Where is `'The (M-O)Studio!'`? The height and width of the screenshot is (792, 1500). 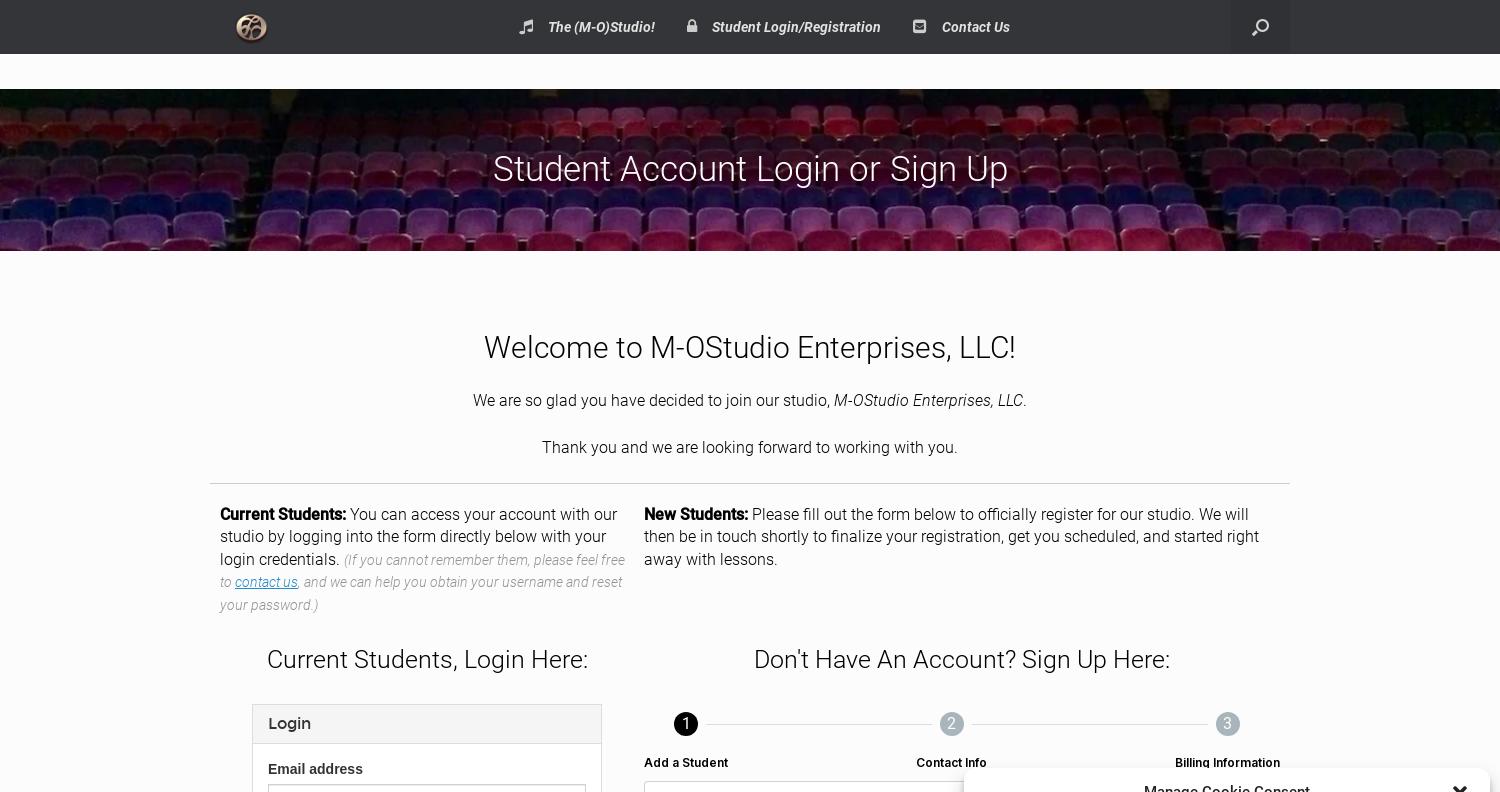
'The (M-O)Studio!' is located at coordinates (600, 26).